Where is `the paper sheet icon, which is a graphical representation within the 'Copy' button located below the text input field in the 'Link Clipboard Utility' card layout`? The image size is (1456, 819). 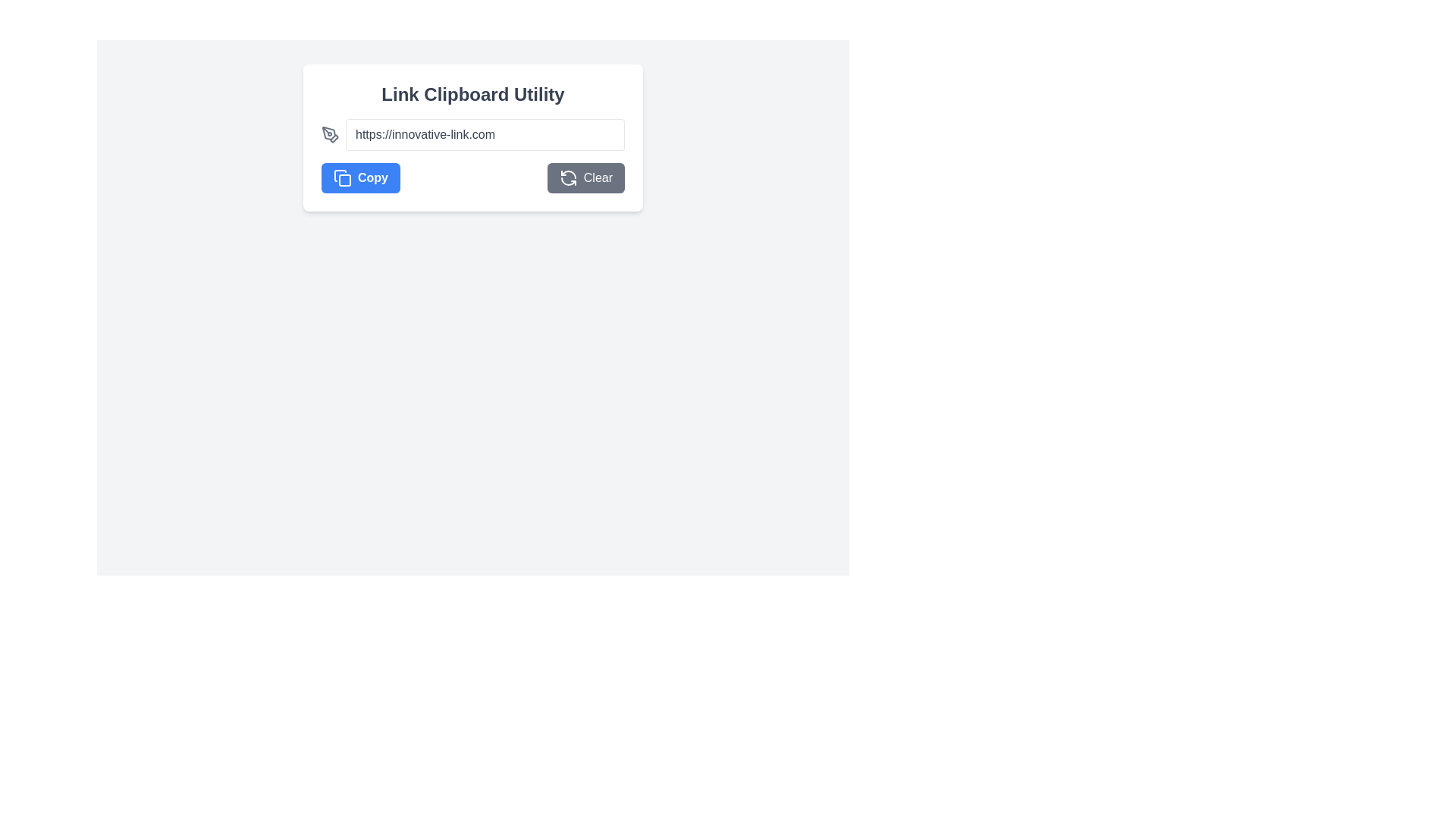
the paper sheet icon, which is a graphical representation within the 'Copy' button located below the text input field in the 'Link Clipboard Utility' card layout is located at coordinates (340, 174).